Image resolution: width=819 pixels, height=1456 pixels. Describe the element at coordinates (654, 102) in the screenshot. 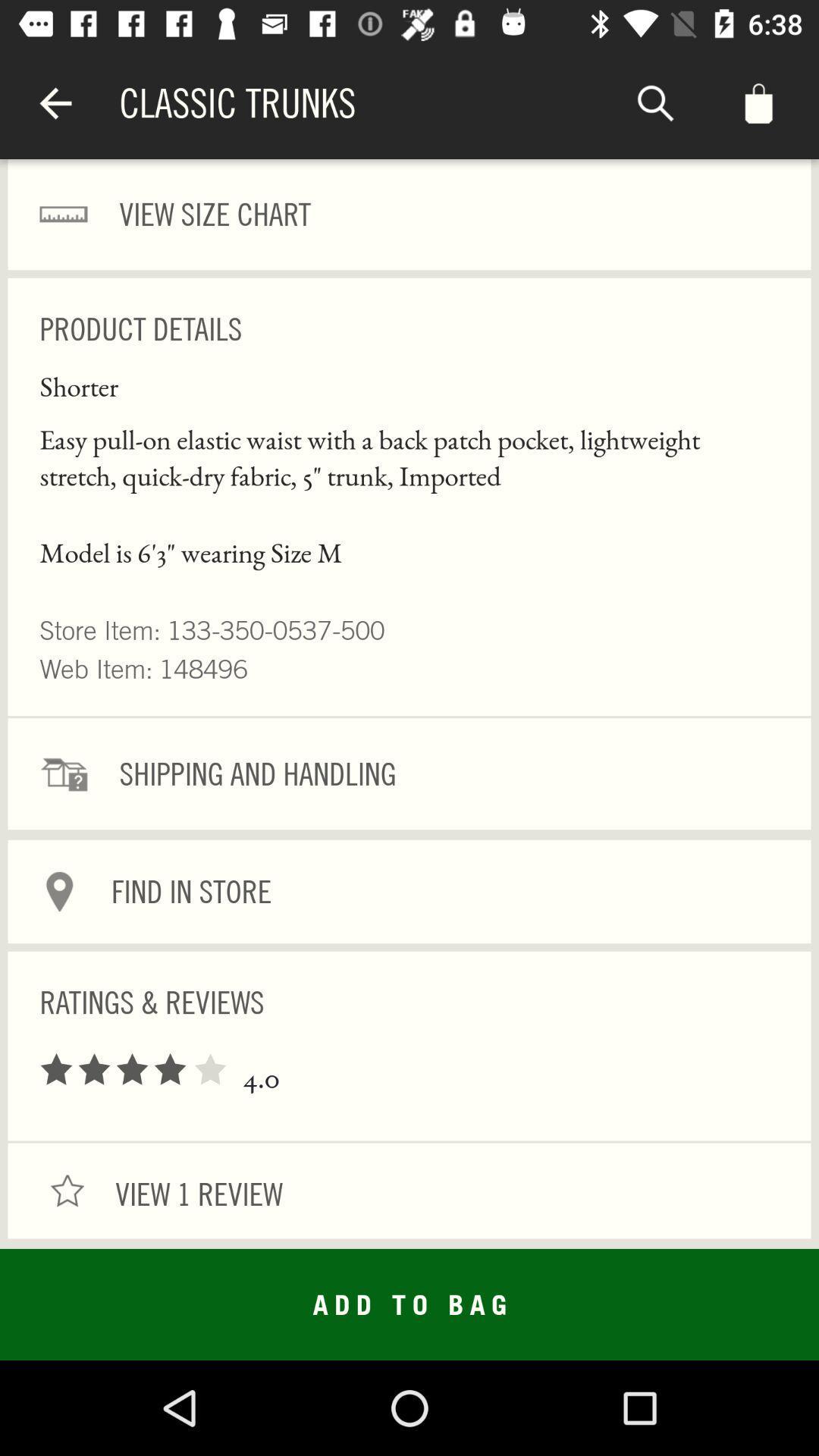

I see `the item above view size chart icon` at that location.